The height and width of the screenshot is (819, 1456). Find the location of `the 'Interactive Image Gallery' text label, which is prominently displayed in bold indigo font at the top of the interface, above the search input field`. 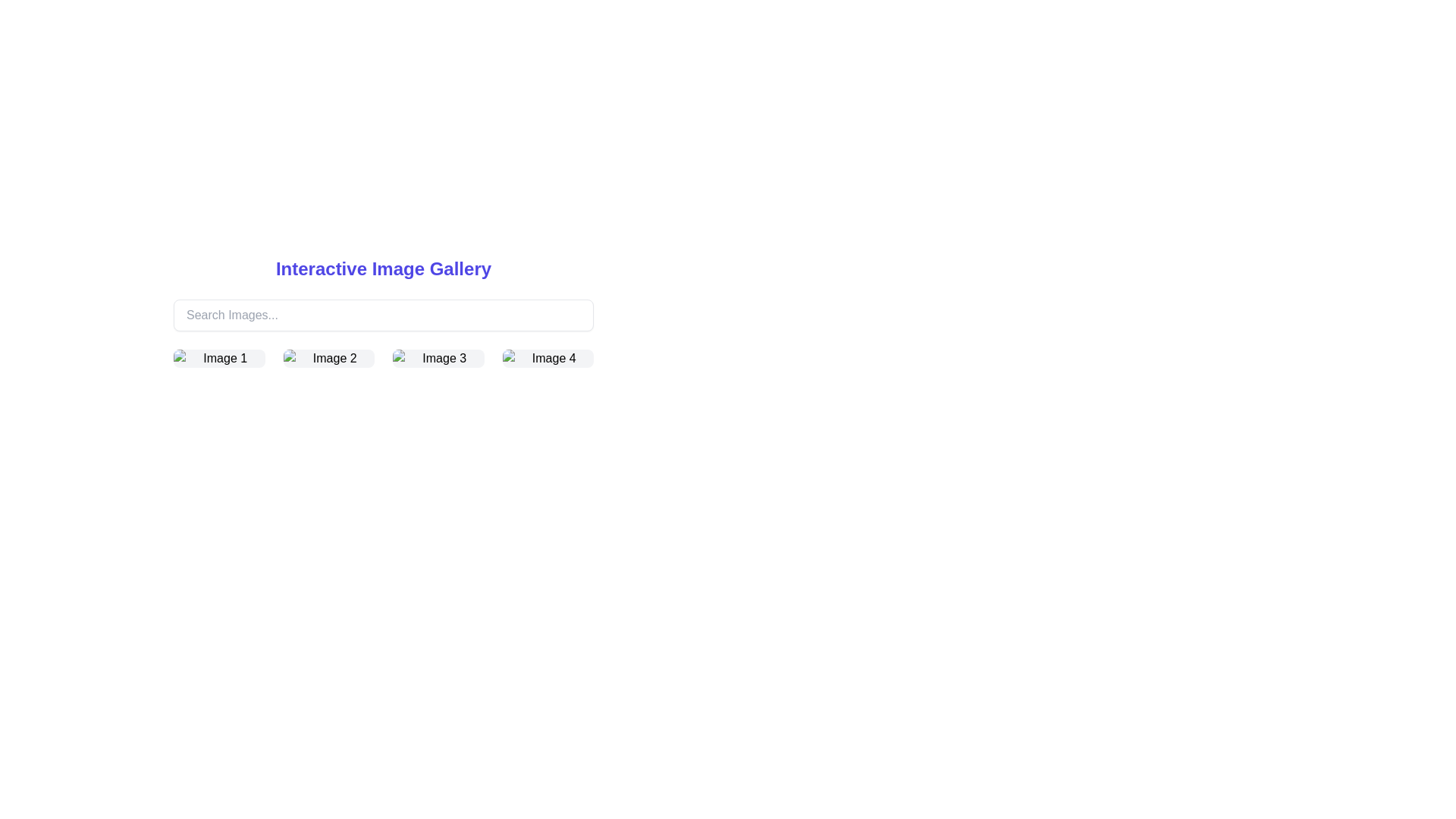

the 'Interactive Image Gallery' text label, which is prominently displayed in bold indigo font at the top of the interface, above the search input field is located at coordinates (383, 268).